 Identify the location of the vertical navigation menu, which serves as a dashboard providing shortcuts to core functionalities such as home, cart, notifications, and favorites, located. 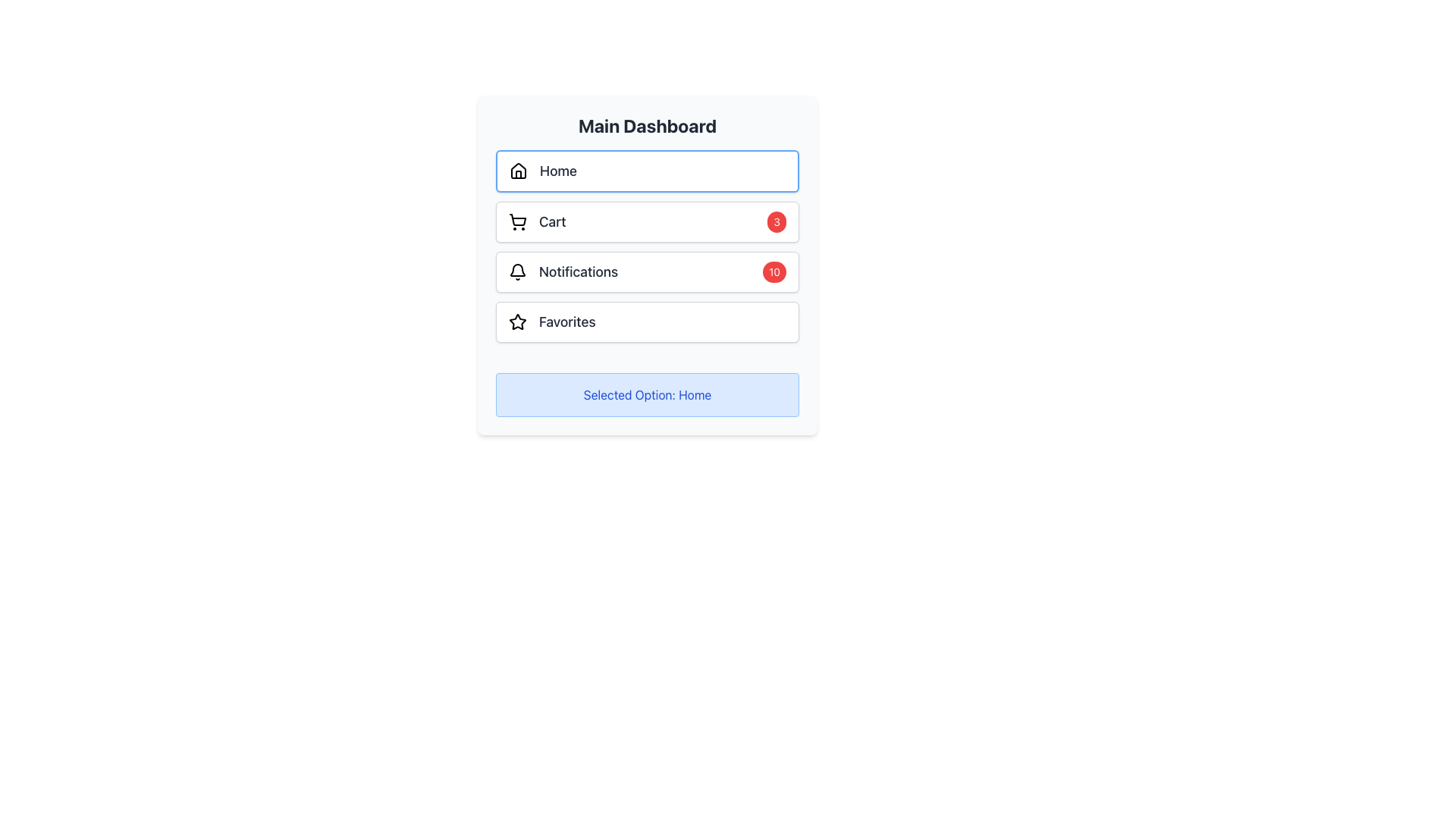
(648, 245).